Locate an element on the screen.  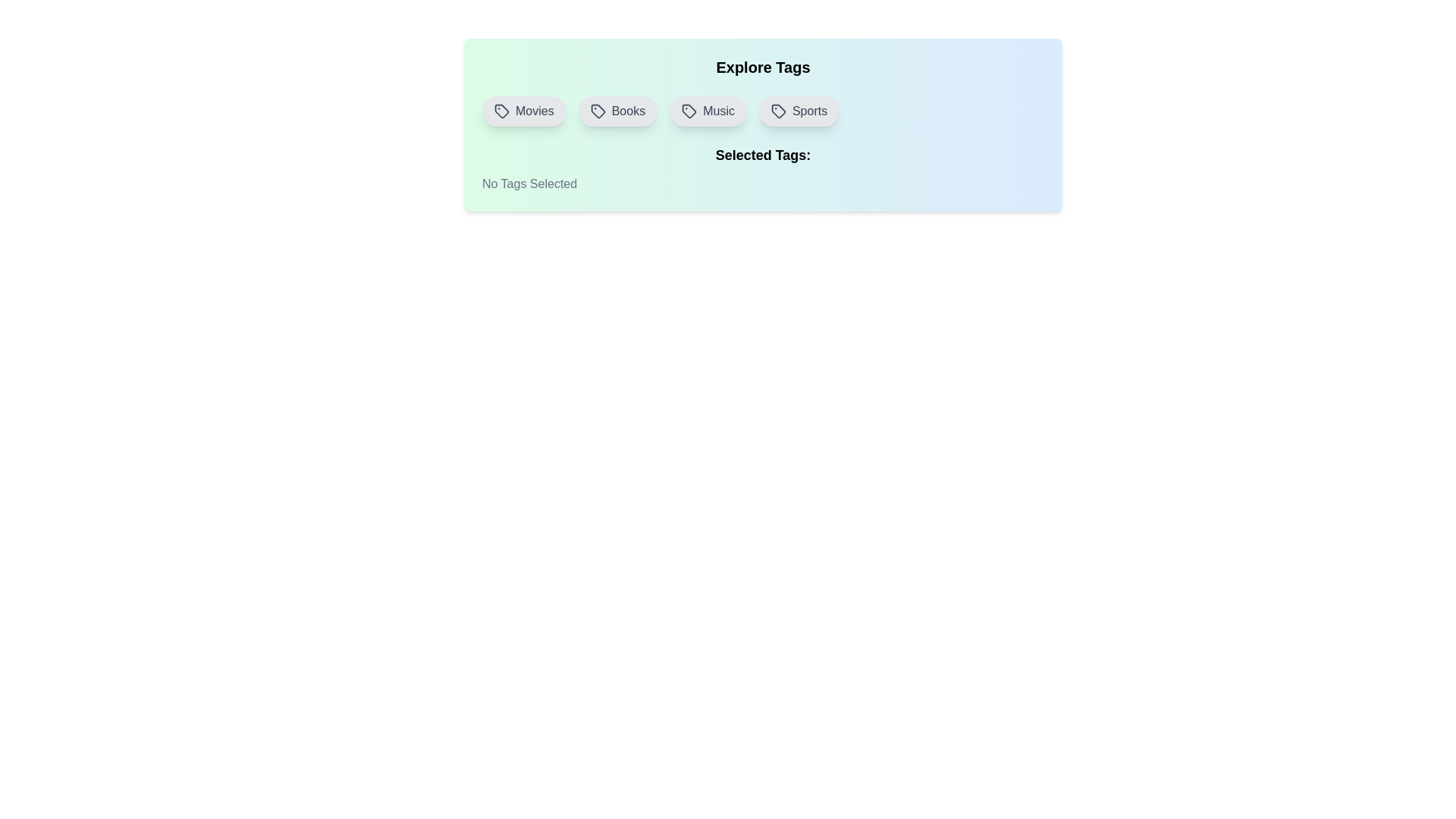
the 'Sports' button is located at coordinates (779, 110).